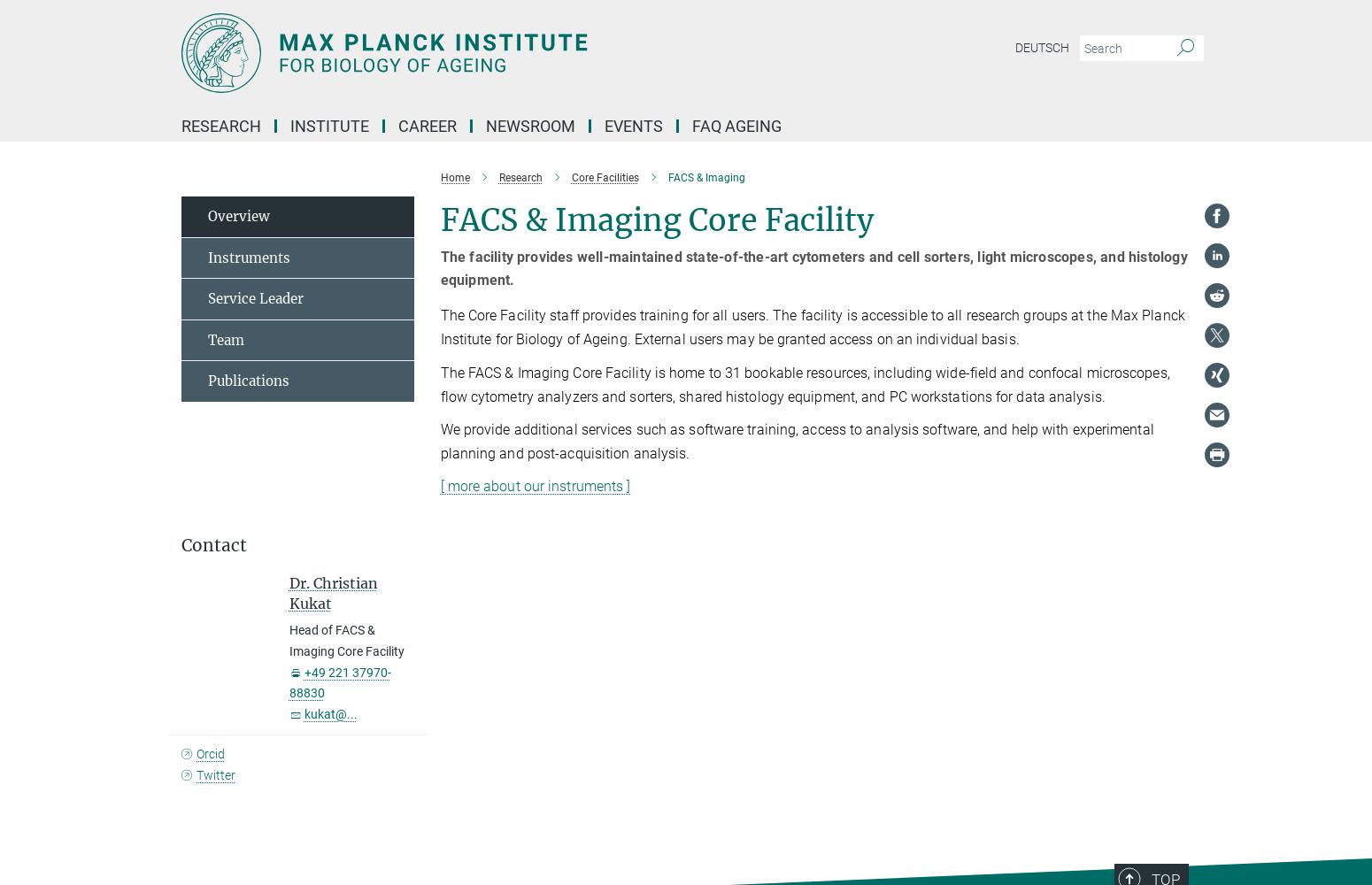  What do you see at coordinates (543, 468) in the screenshot?
I see `'Pernas'` at bounding box center [543, 468].